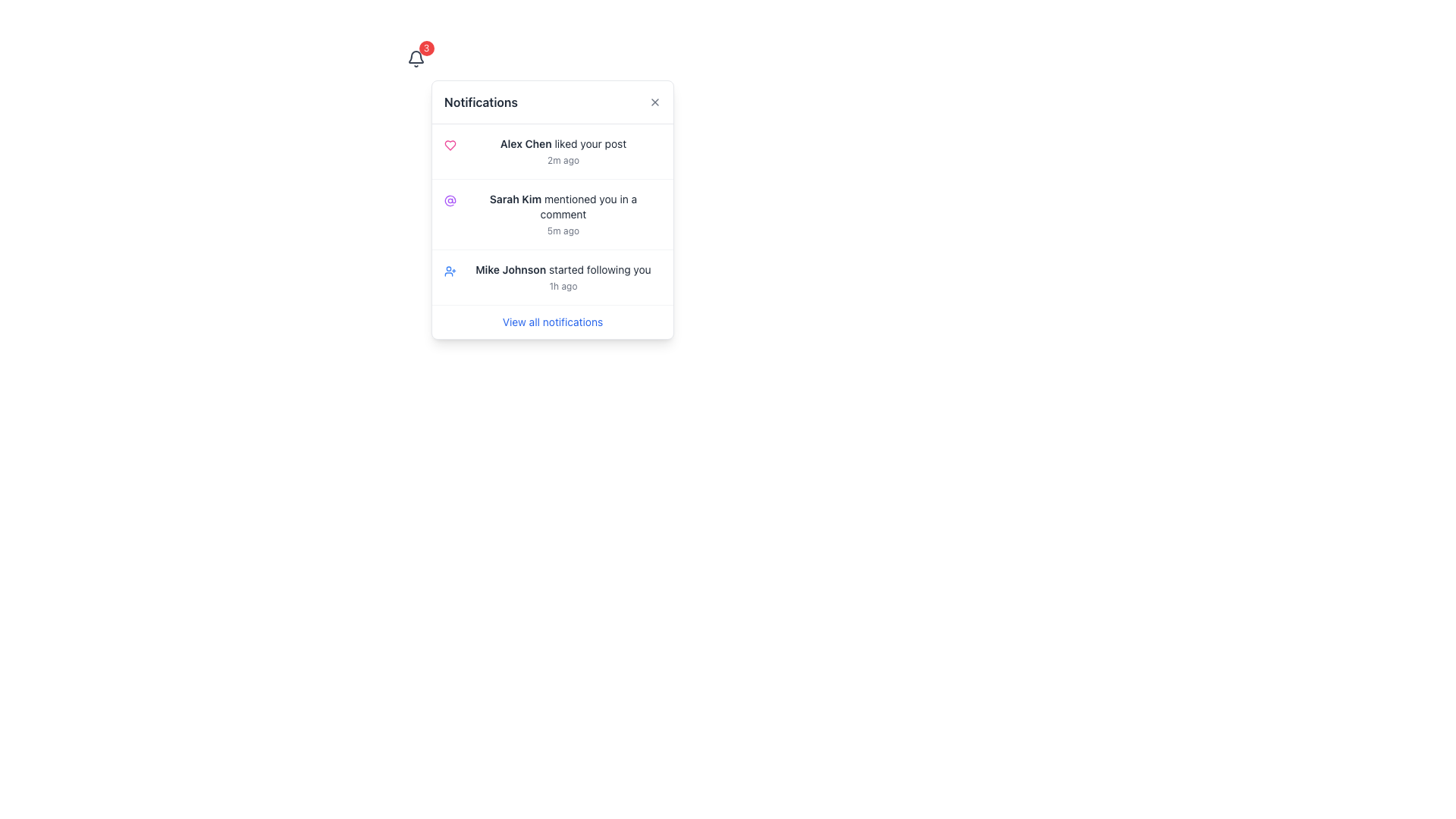 Image resolution: width=1456 pixels, height=819 pixels. Describe the element at coordinates (552, 214) in the screenshot. I see `the second notification item stating 'Sarah Kim mentioned you in a comment 5m ago'` at that location.